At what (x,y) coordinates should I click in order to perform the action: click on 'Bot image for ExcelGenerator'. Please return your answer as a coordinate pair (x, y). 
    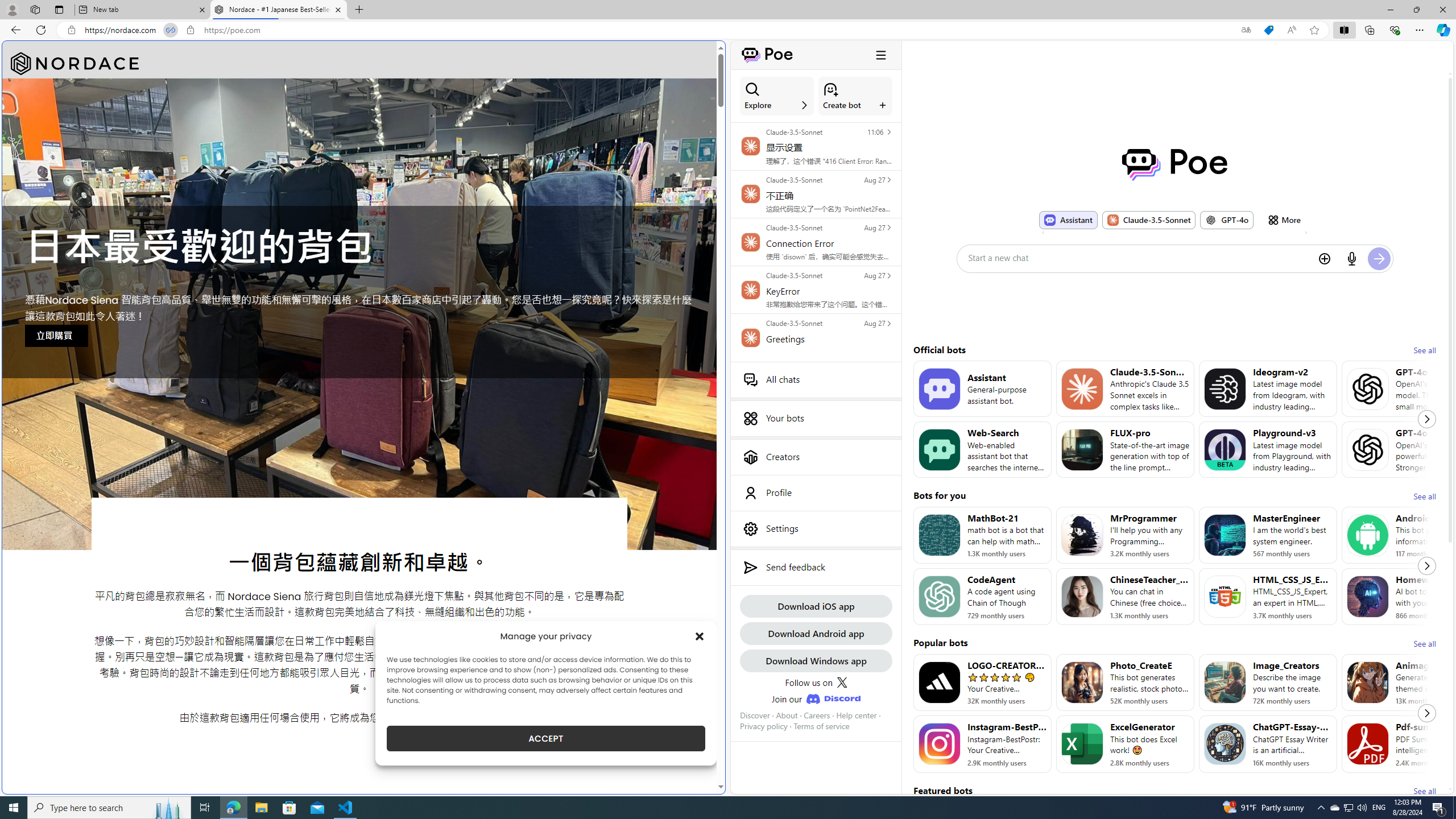
    Looking at the image, I should click on (1081, 743).